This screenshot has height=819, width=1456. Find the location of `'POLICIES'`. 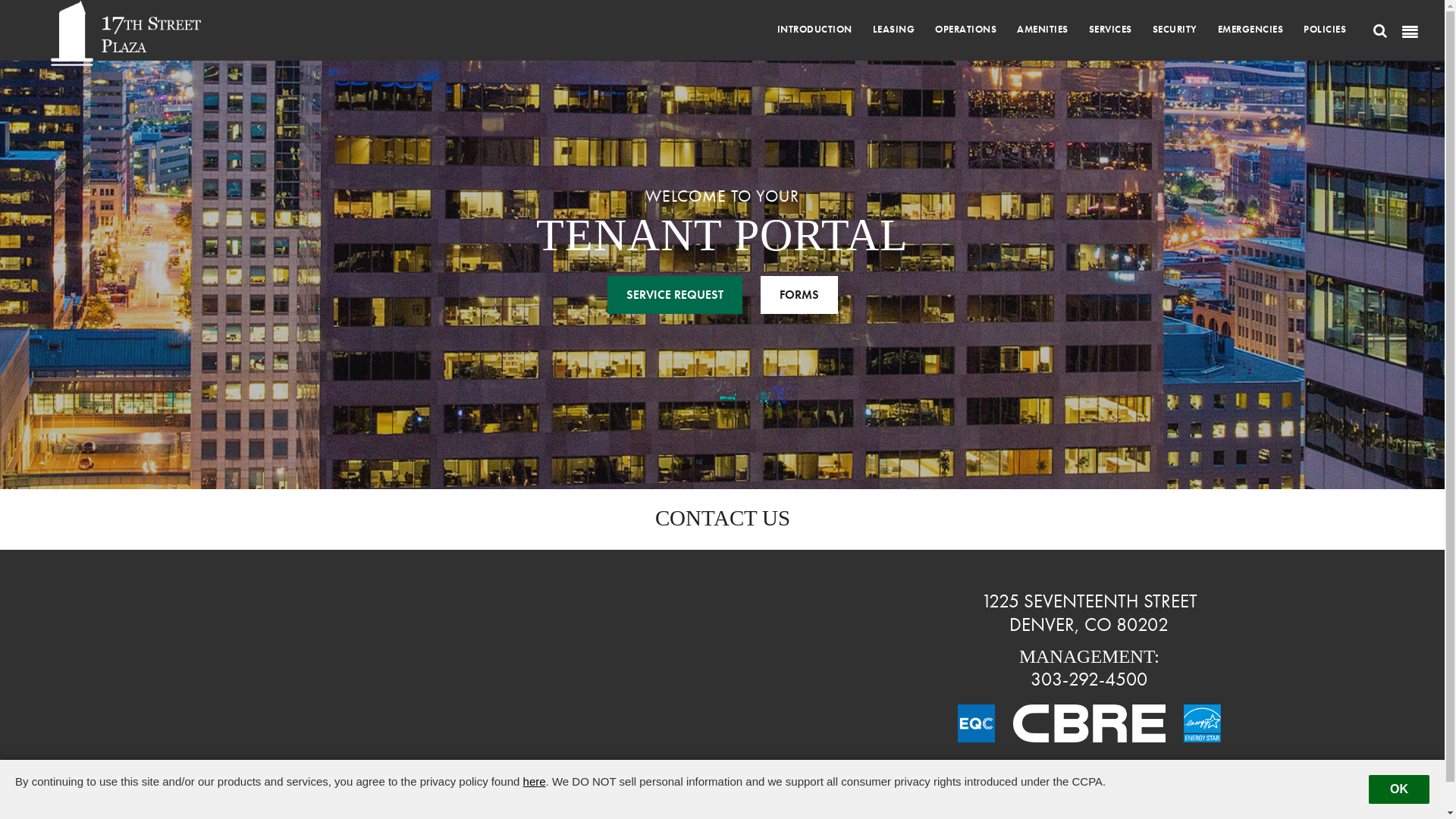

'POLICIES' is located at coordinates (1324, 29).